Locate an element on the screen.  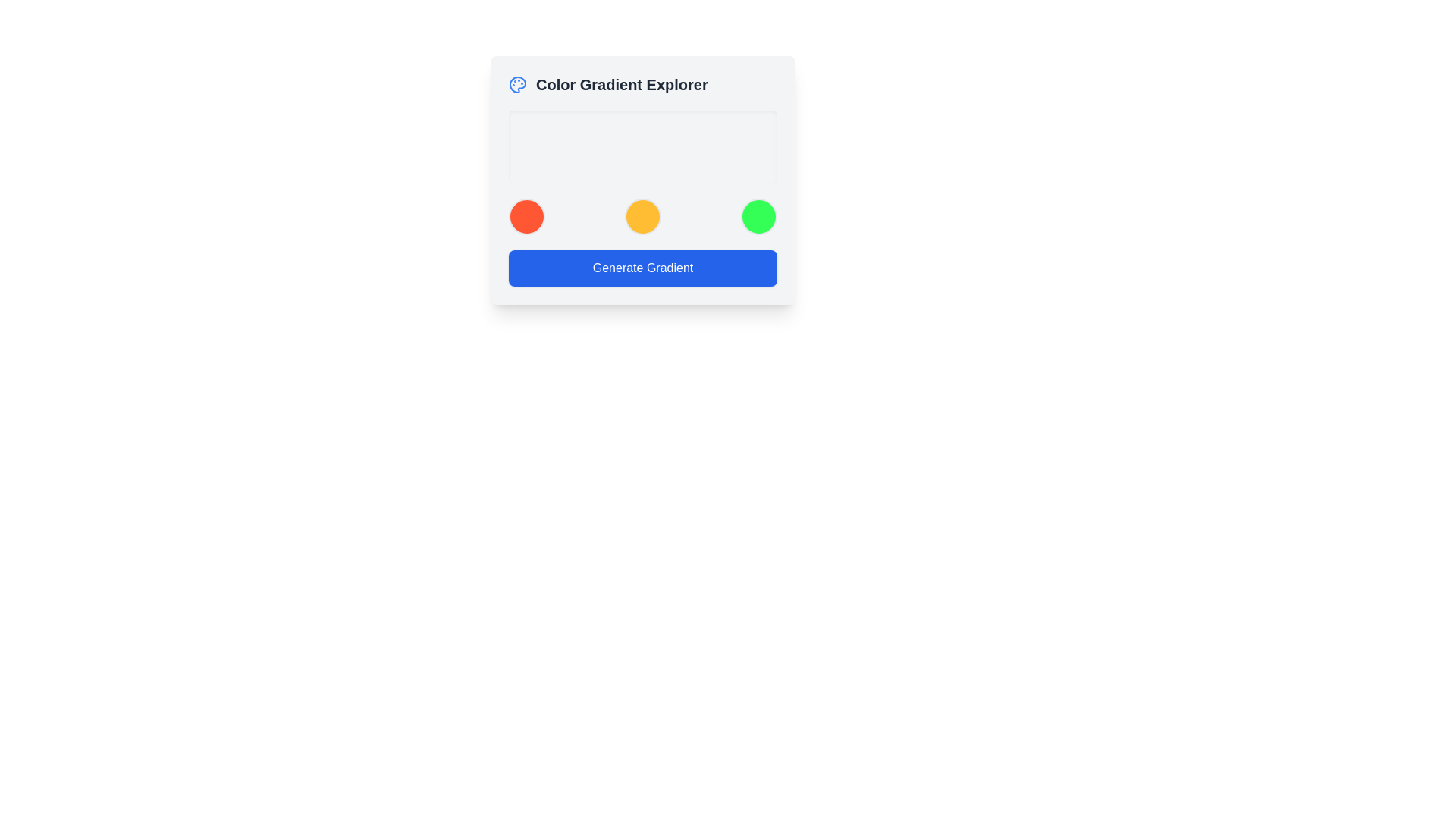
the leftmost circular UI element, which has a solid orange-red fill and a thin border, located above the 'Generate Gradient' button is located at coordinates (527, 216).